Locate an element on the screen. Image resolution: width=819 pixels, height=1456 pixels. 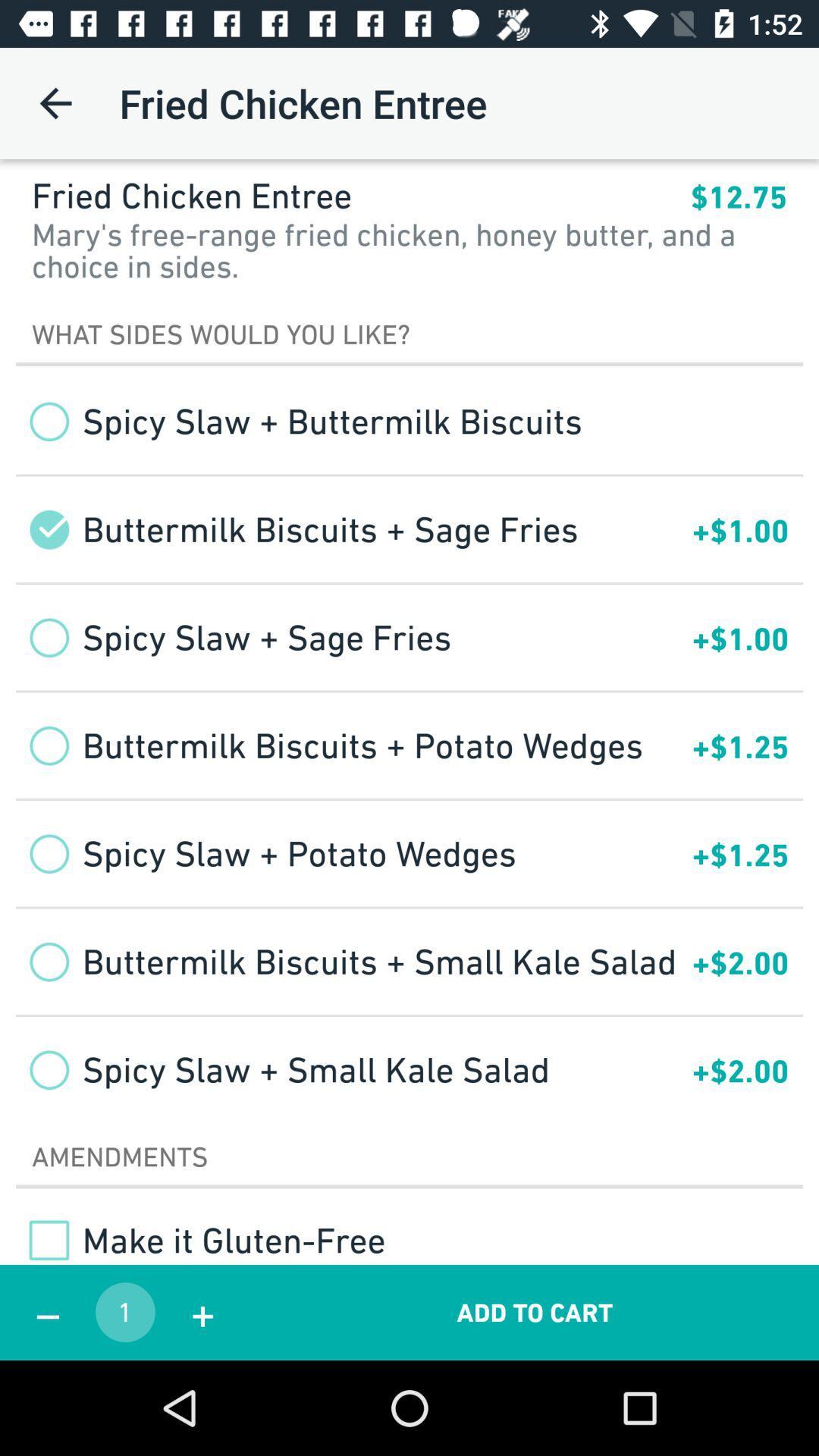
the app above mary s free is located at coordinates (738, 196).